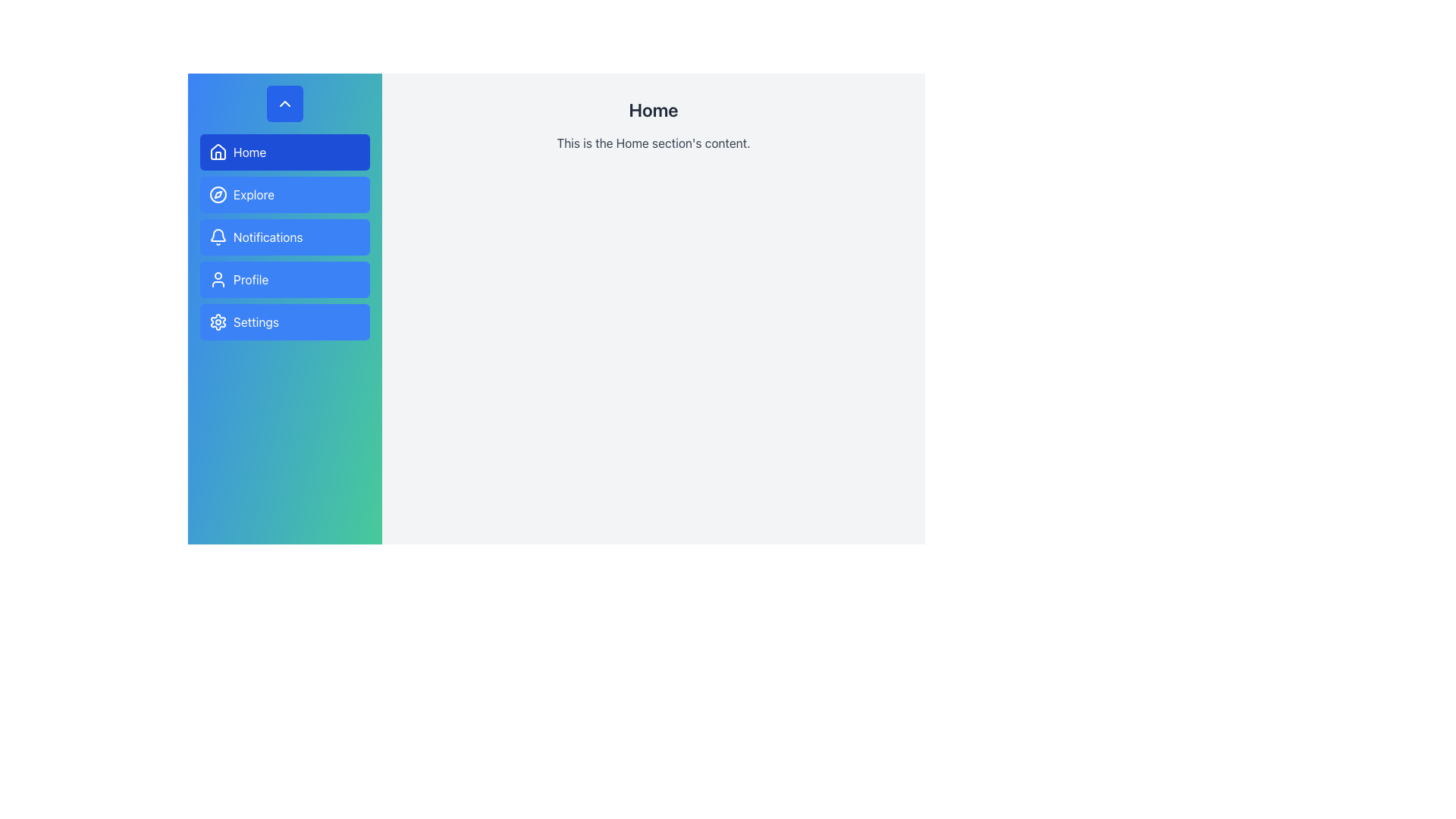 The image size is (1456, 819). I want to click on the 'Home' header text displayed in bold sans-serif font at the top center of the main content area, positioned above the body text, so click(654, 109).